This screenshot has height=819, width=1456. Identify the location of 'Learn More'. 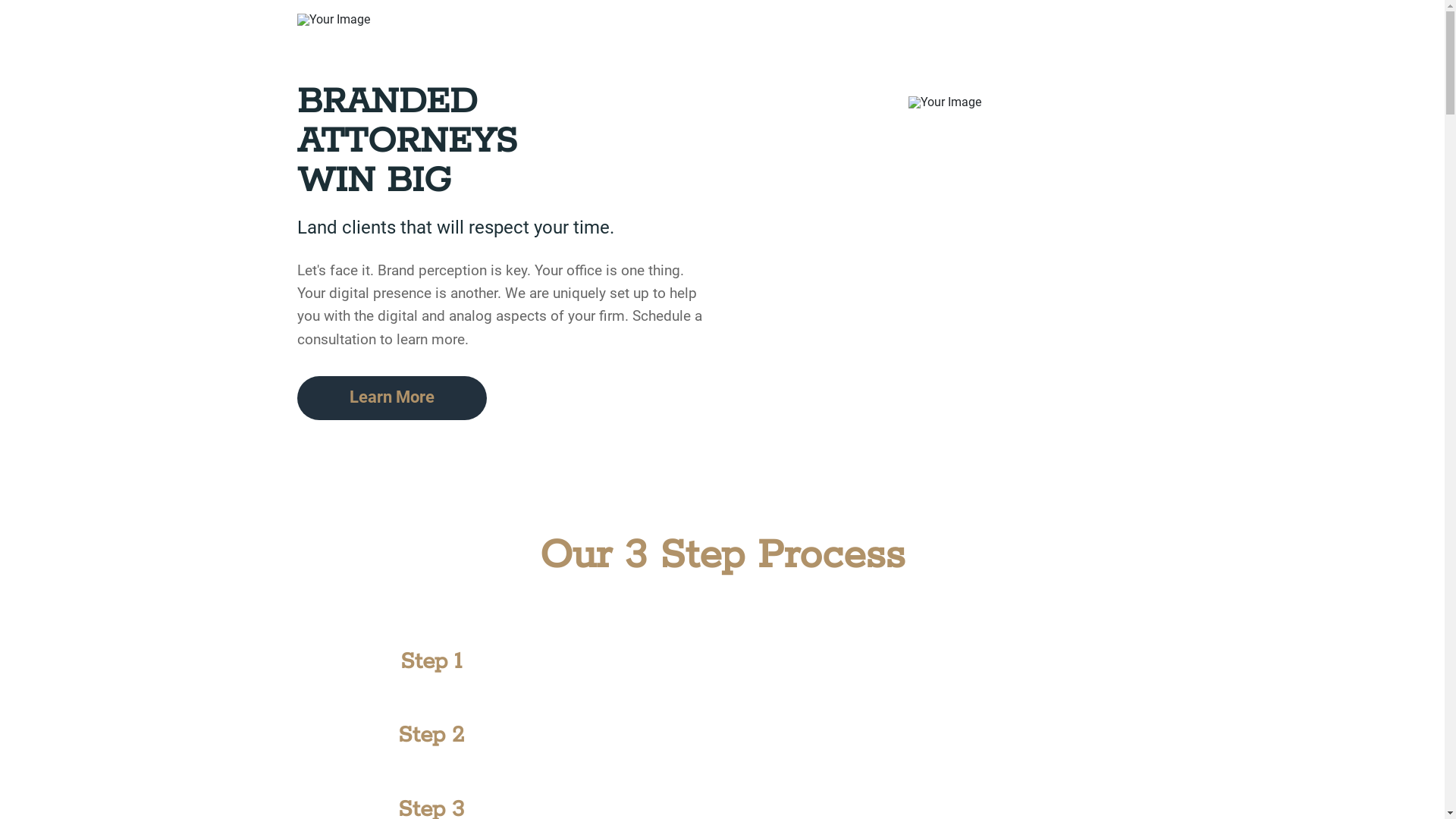
(392, 397).